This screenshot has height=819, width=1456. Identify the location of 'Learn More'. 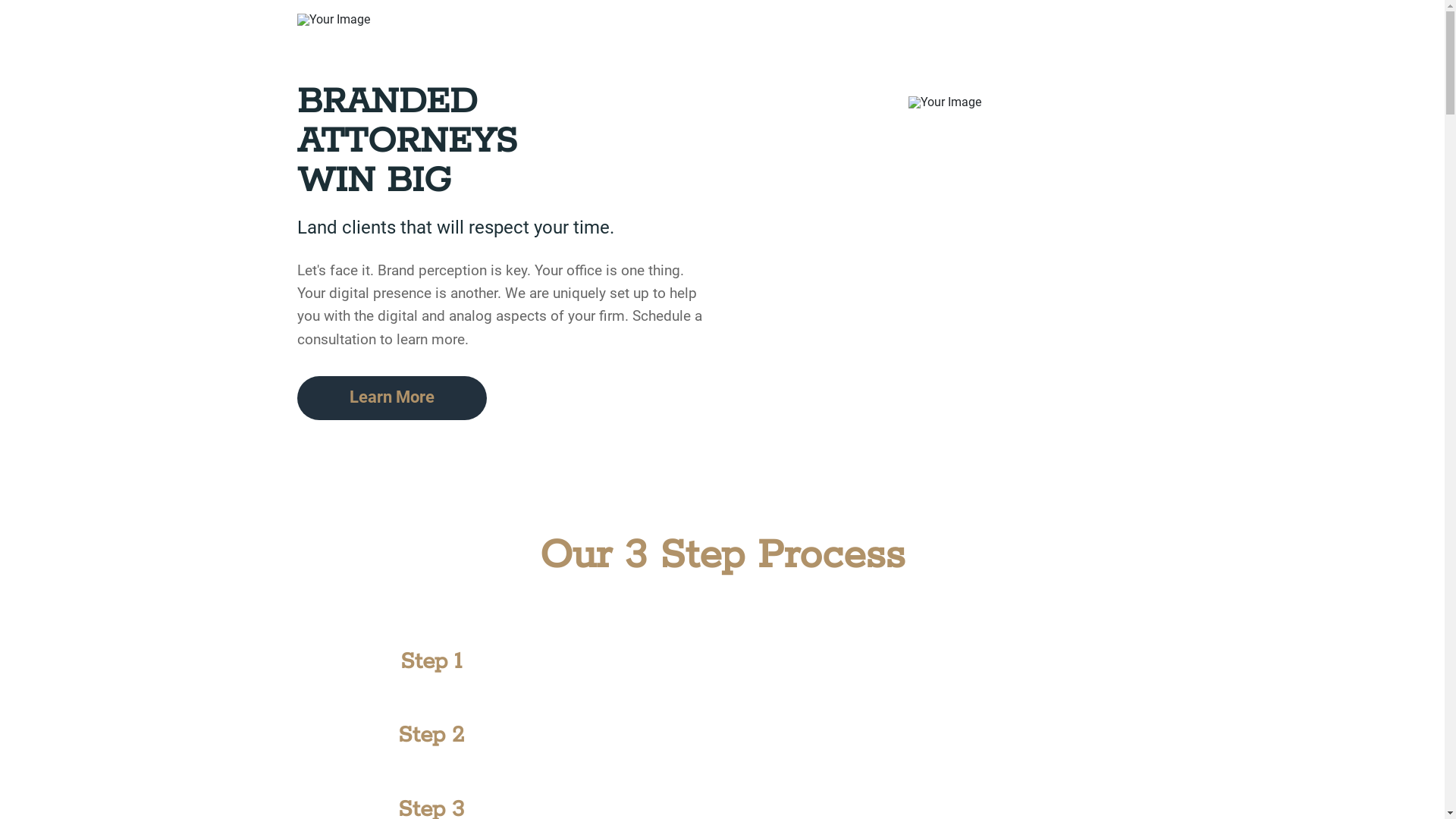
(392, 397).